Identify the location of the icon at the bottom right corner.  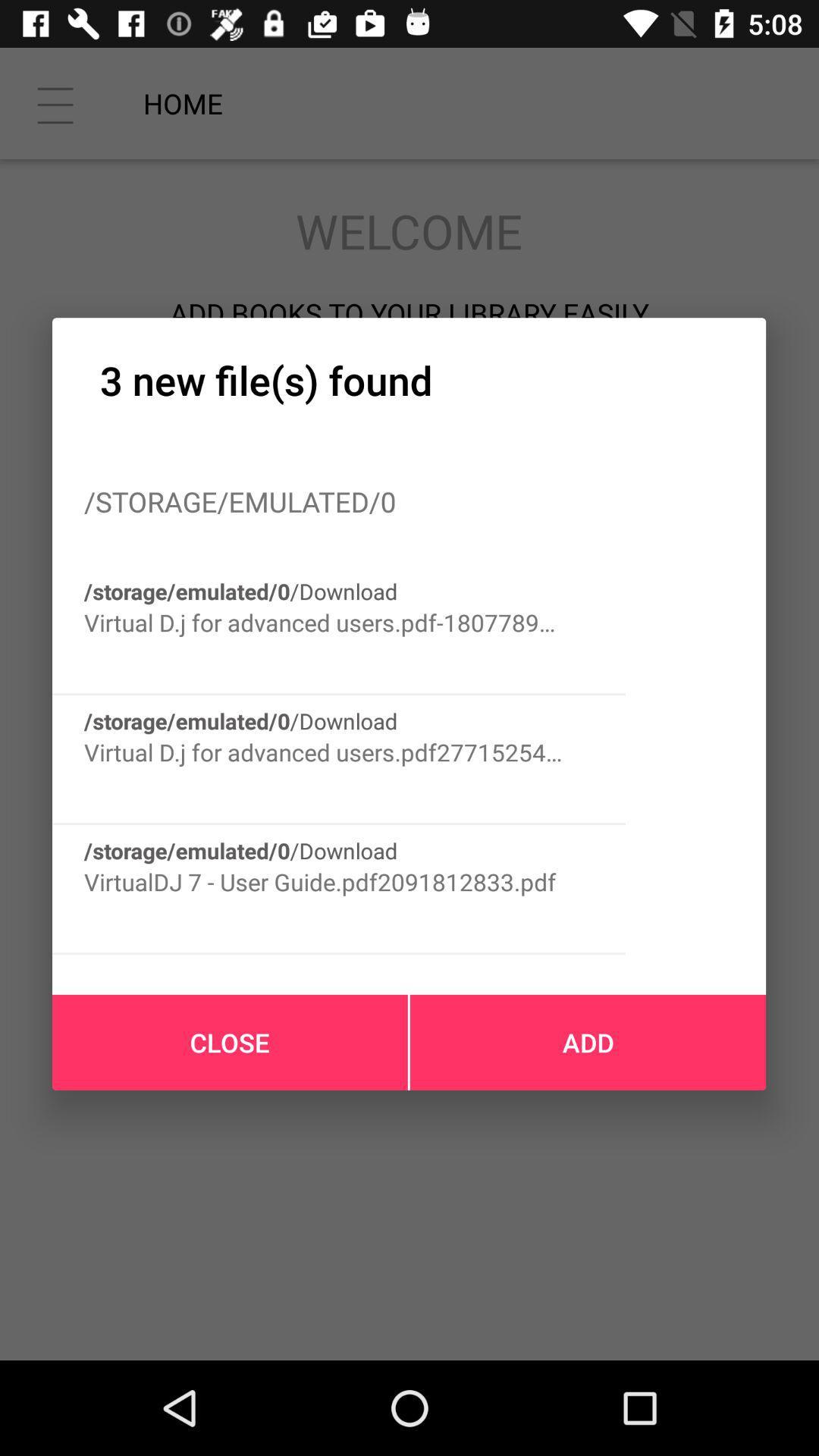
(587, 1041).